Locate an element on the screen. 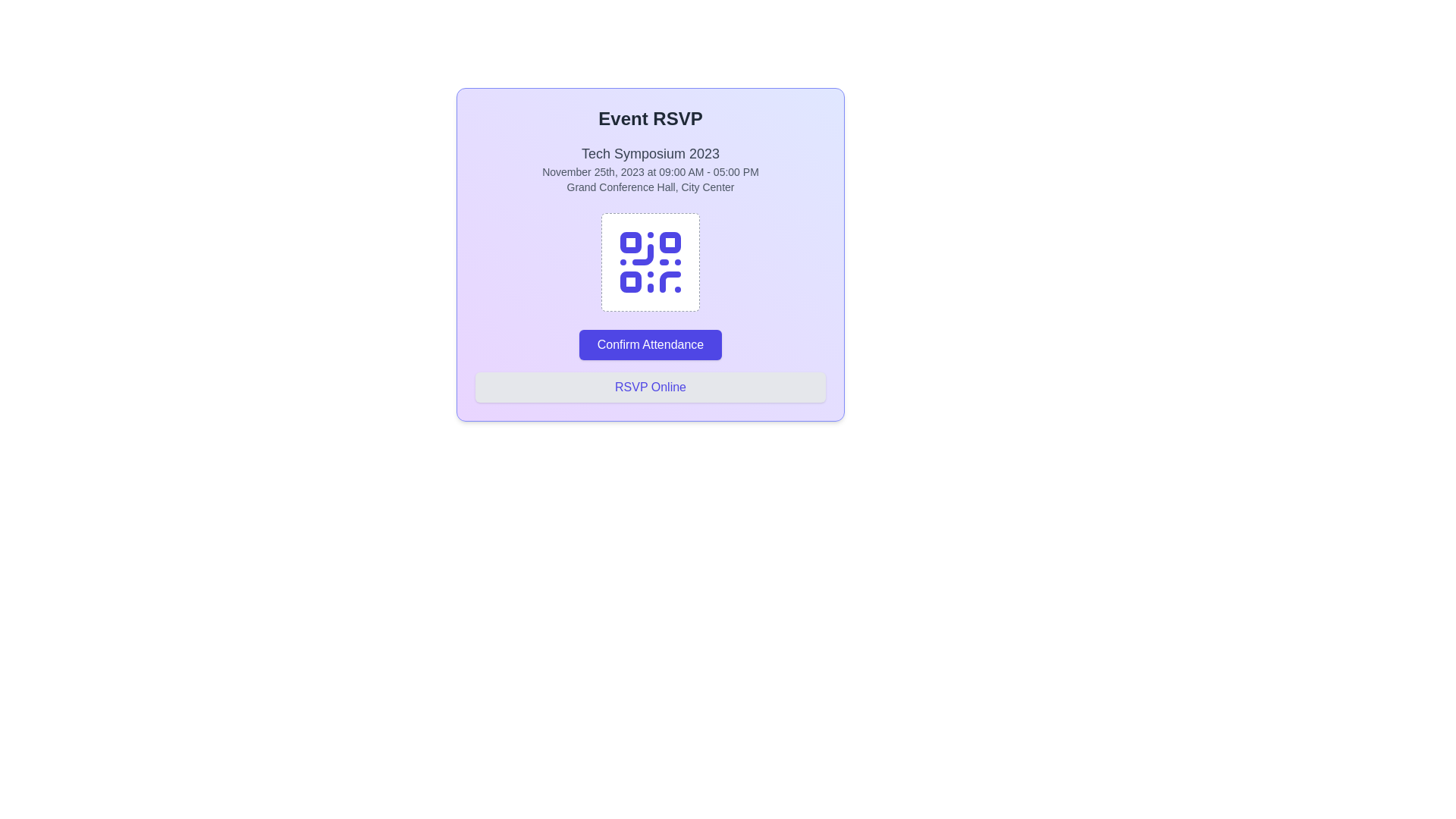 The width and height of the screenshot is (1456, 819). the static text label that informs the user about the venue of the event, positioned centrally below the event date and time information and above a QR code is located at coordinates (651, 186).